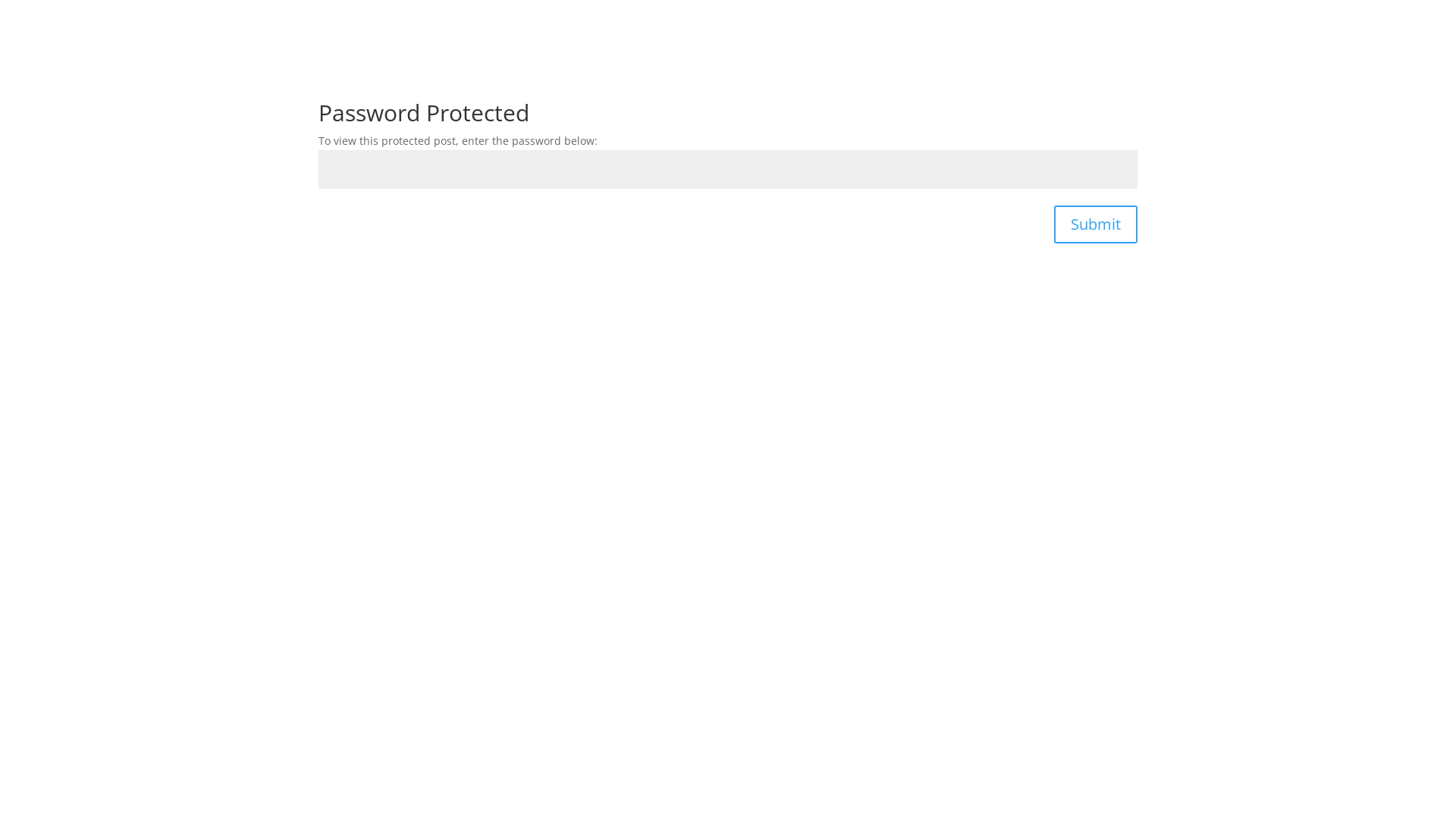 Image resolution: width=1456 pixels, height=819 pixels. I want to click on 'Submit', so click(1095, 224).